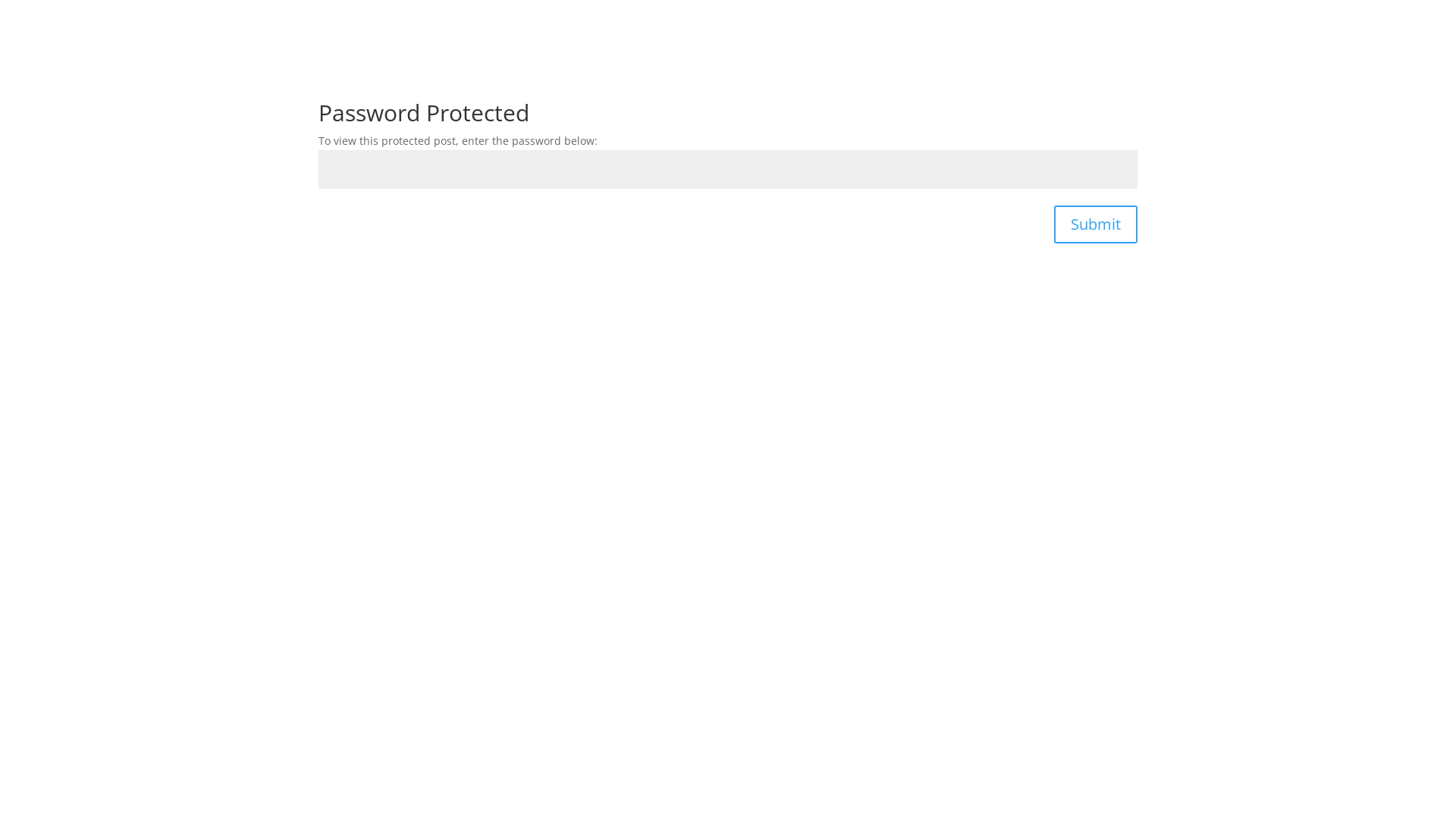 Image resolution: width=1456 pixels, height=819 pixels. I want to click on 'Submit', so click(1095, 224).